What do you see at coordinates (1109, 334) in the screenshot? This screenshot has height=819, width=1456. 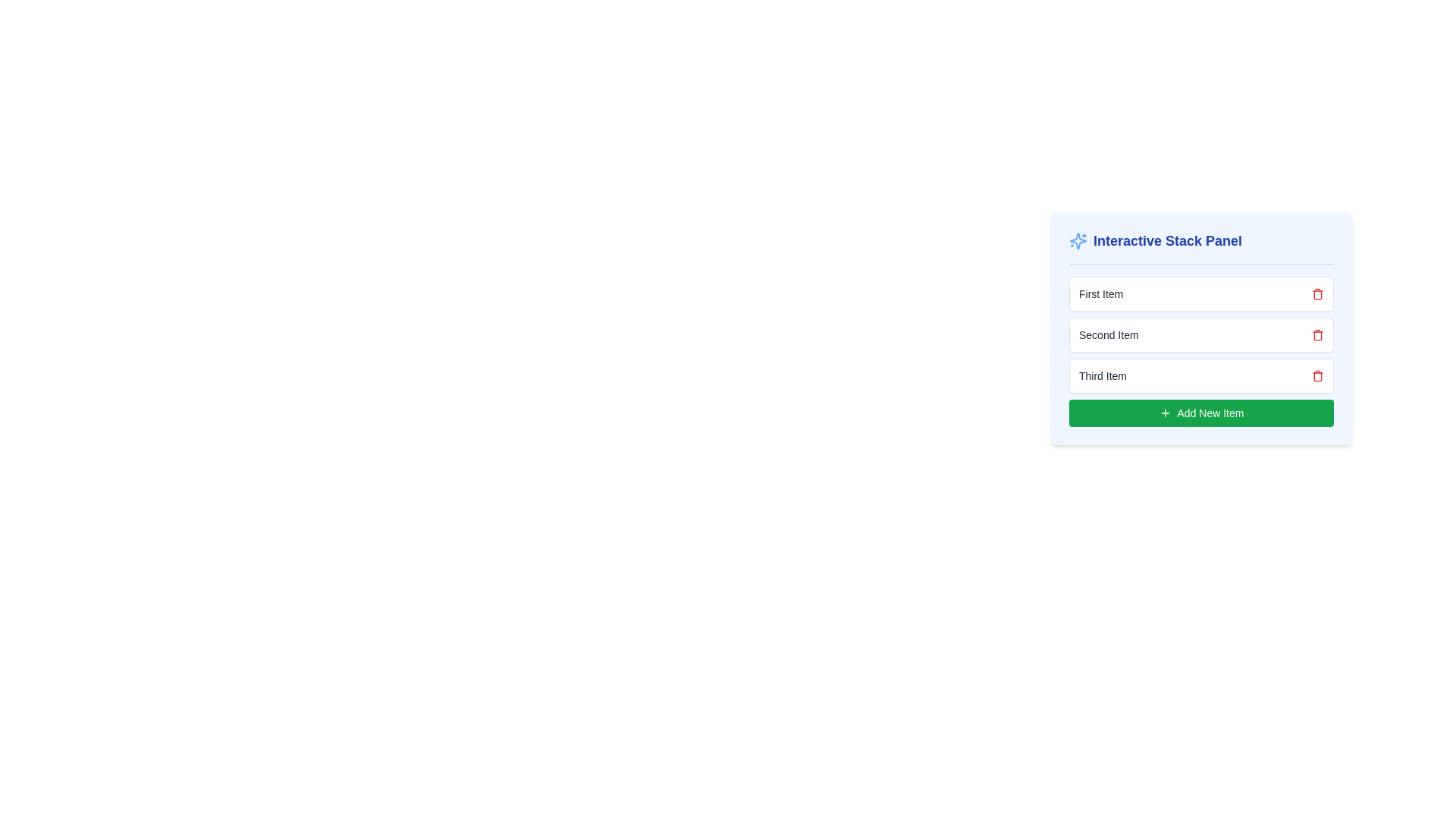 I see `the second text label in the list which provides context or information to the user, located in the right side of the window` at bounding box center [1109, 334].